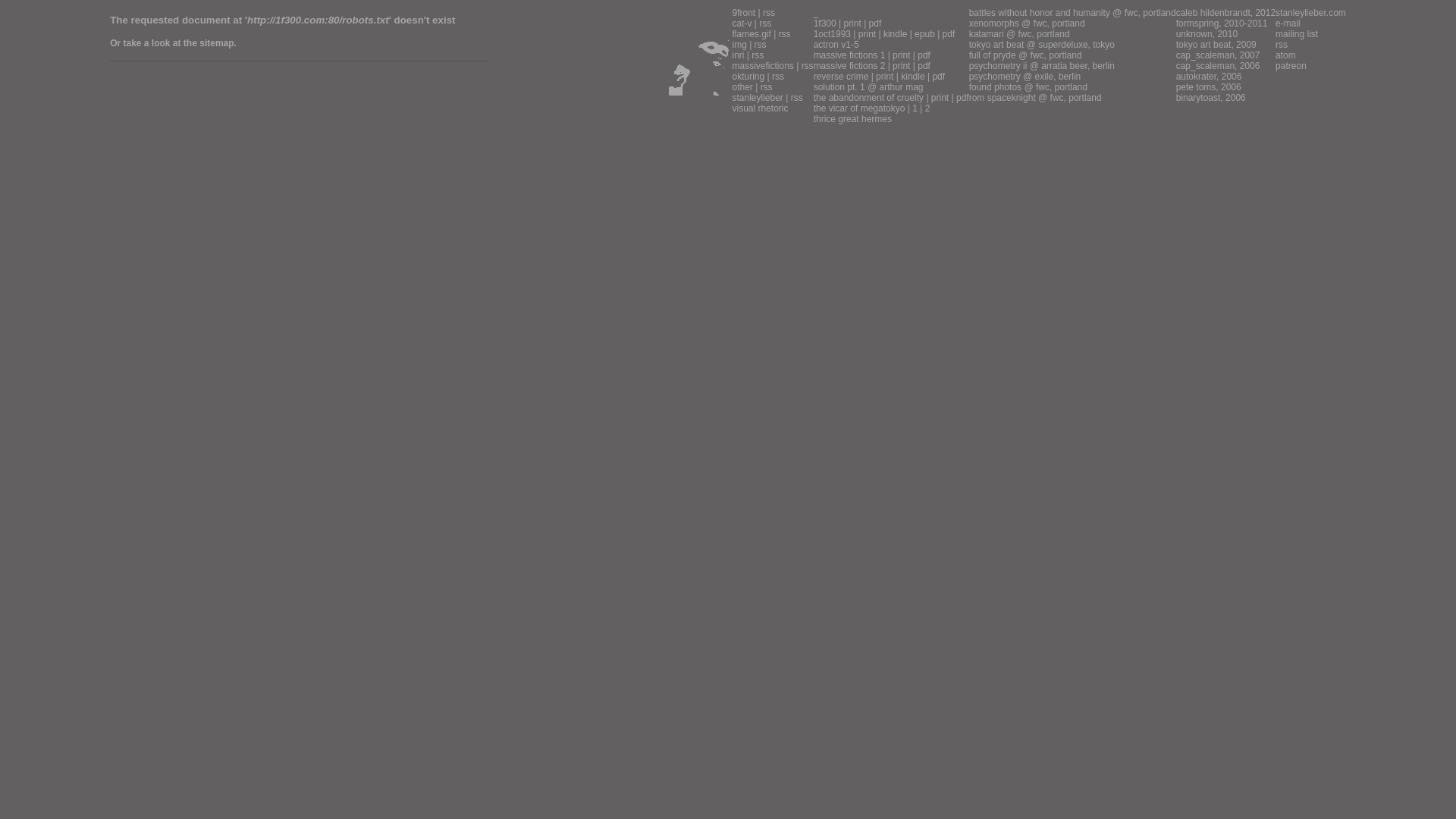 The image size is (1456, 819). What do you see at coordinates (1225, 12) in the screenshot?
I see `'caleb hildenbrandt, 2012'` at bounding box center [1225, 12].